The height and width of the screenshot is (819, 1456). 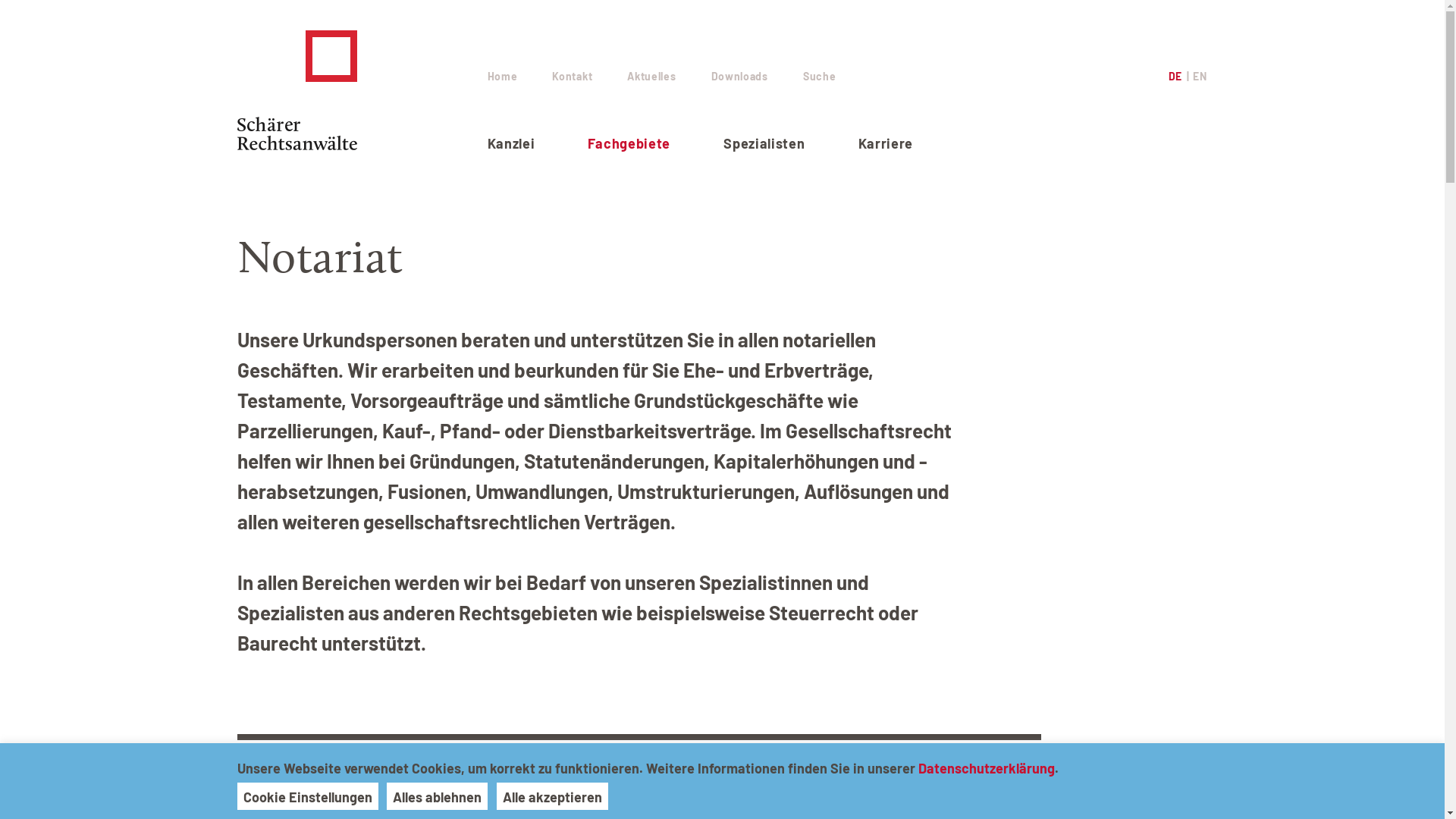 What do you see at coordinates (651, 76) in the screenshot?
I see `'Aktuelles'` at bounding box center [651, 76].